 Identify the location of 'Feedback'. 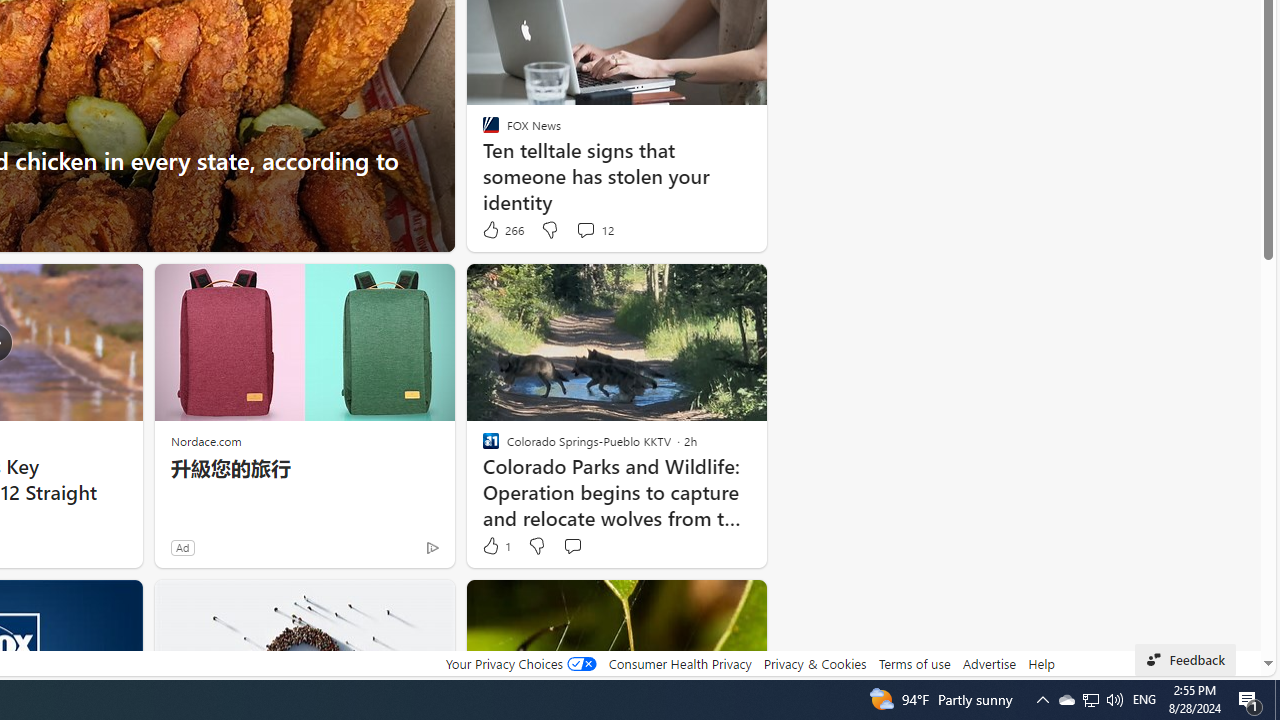
(1185, 659).